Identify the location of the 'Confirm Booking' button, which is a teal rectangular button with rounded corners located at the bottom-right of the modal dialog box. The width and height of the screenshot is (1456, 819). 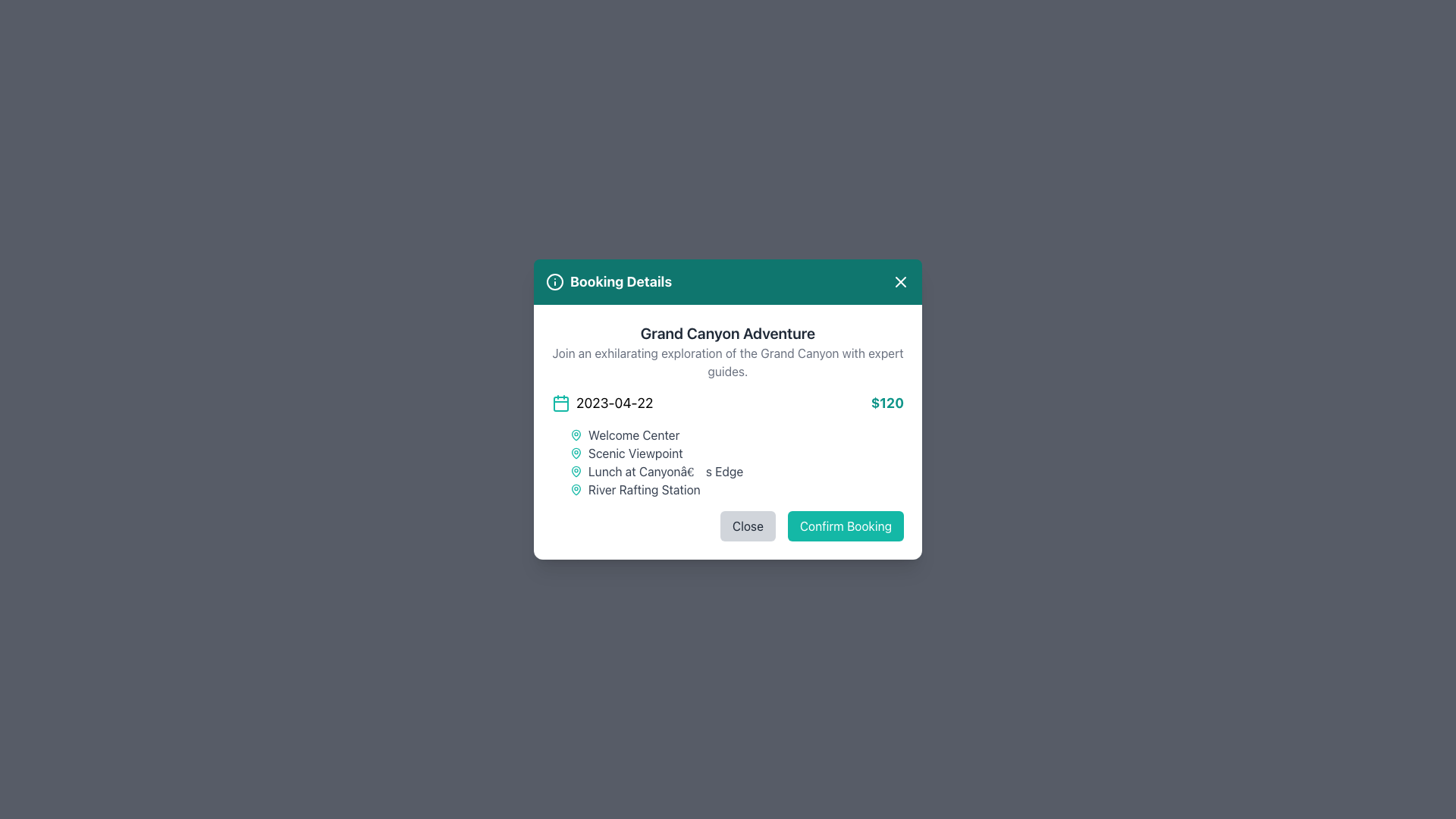
(845, 526).